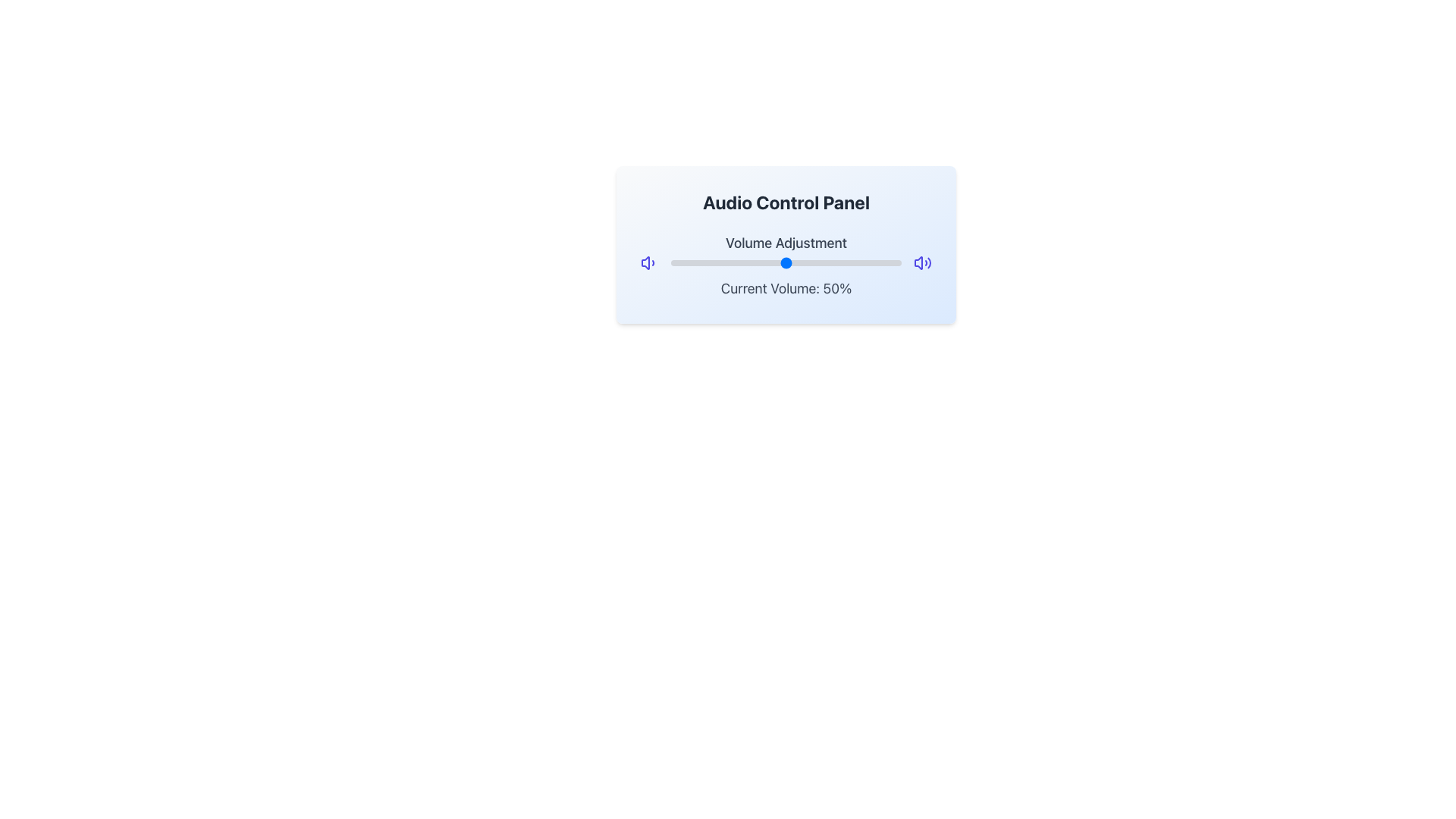  What do you see at coordinates (691, 262) in the screenshot?
I see `the slider` at bounding box center [691, 262].